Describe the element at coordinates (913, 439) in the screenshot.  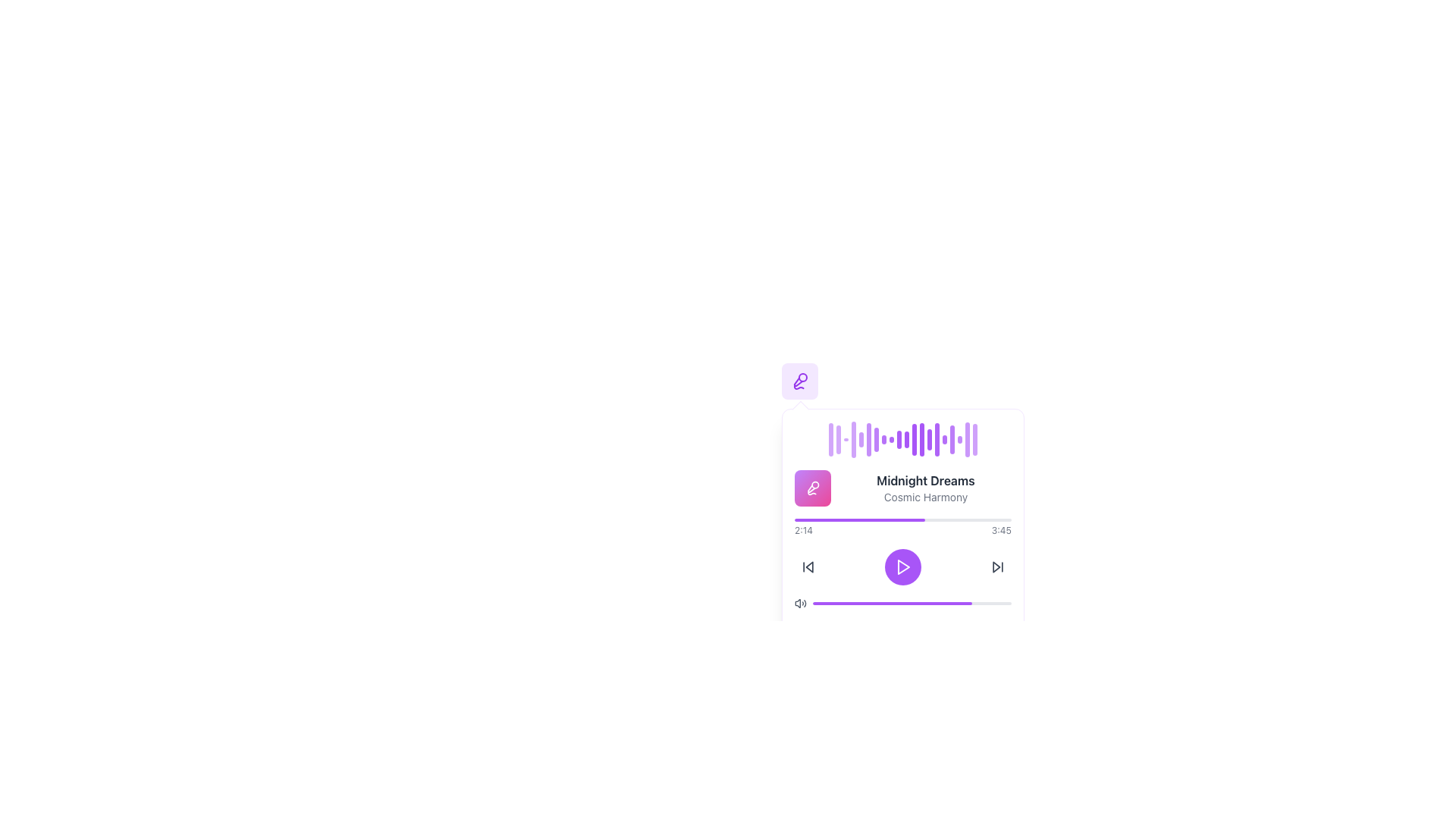
I see `the twelfth audio frequency bar in the waveform visualization area of the music player interface` at that location.